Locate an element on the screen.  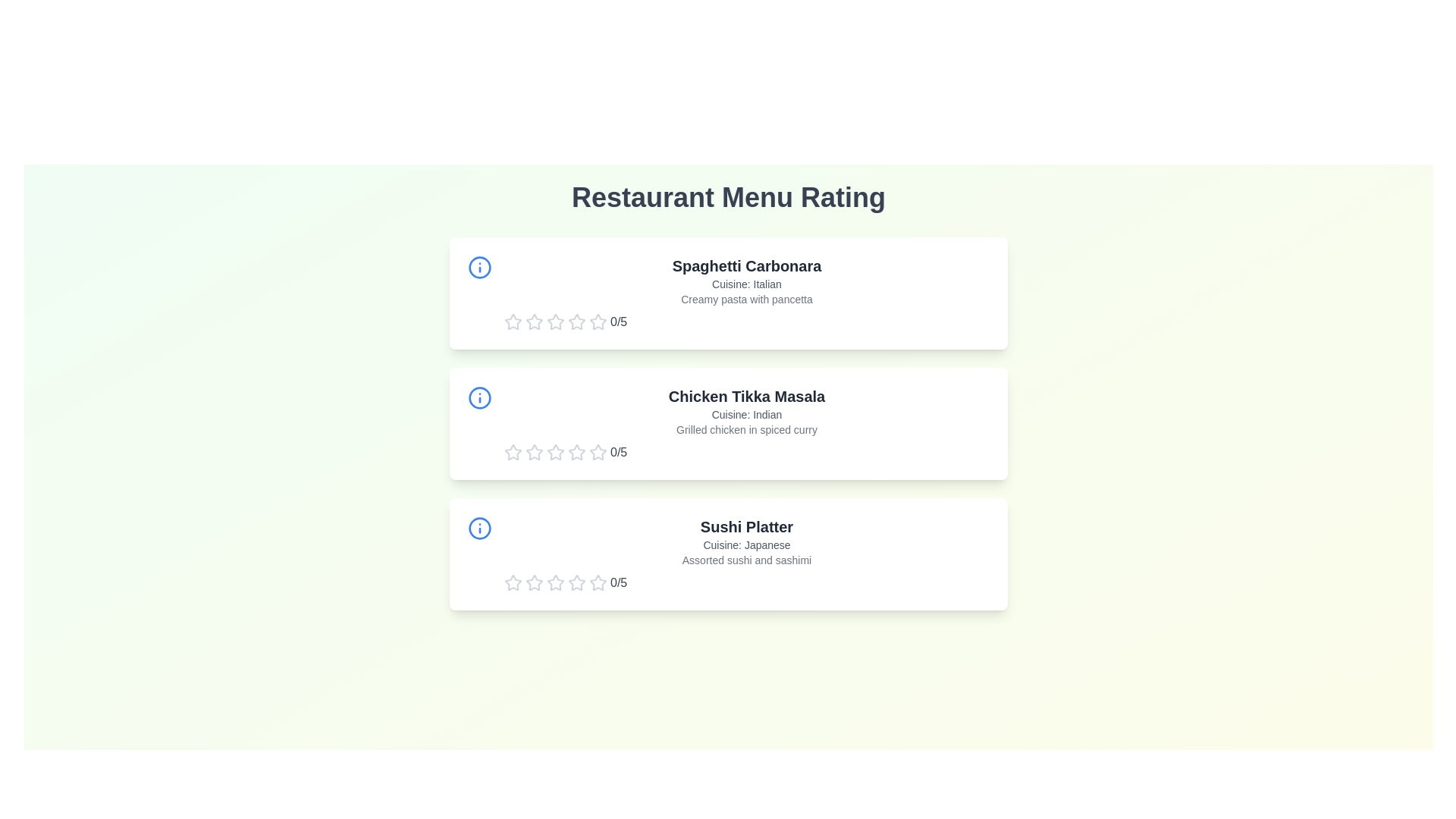
the information icon for the menu item Chicken Tikka Masala is located at coordinates (479, 397).